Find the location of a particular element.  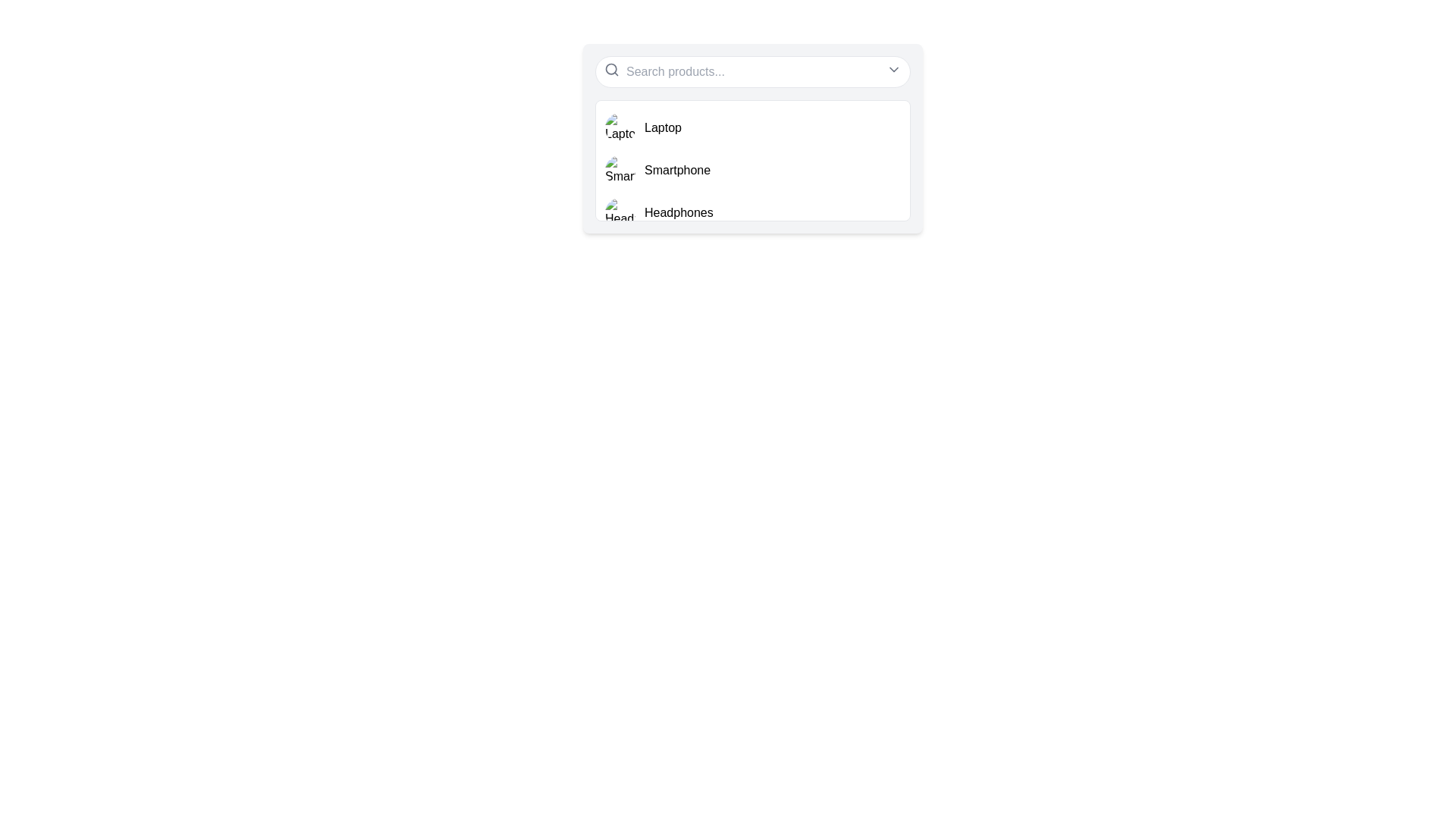

the circular image element representing headphones, located to the left of the text 'Headphones' in the last row of the product list is located at coordinates (620, 213).